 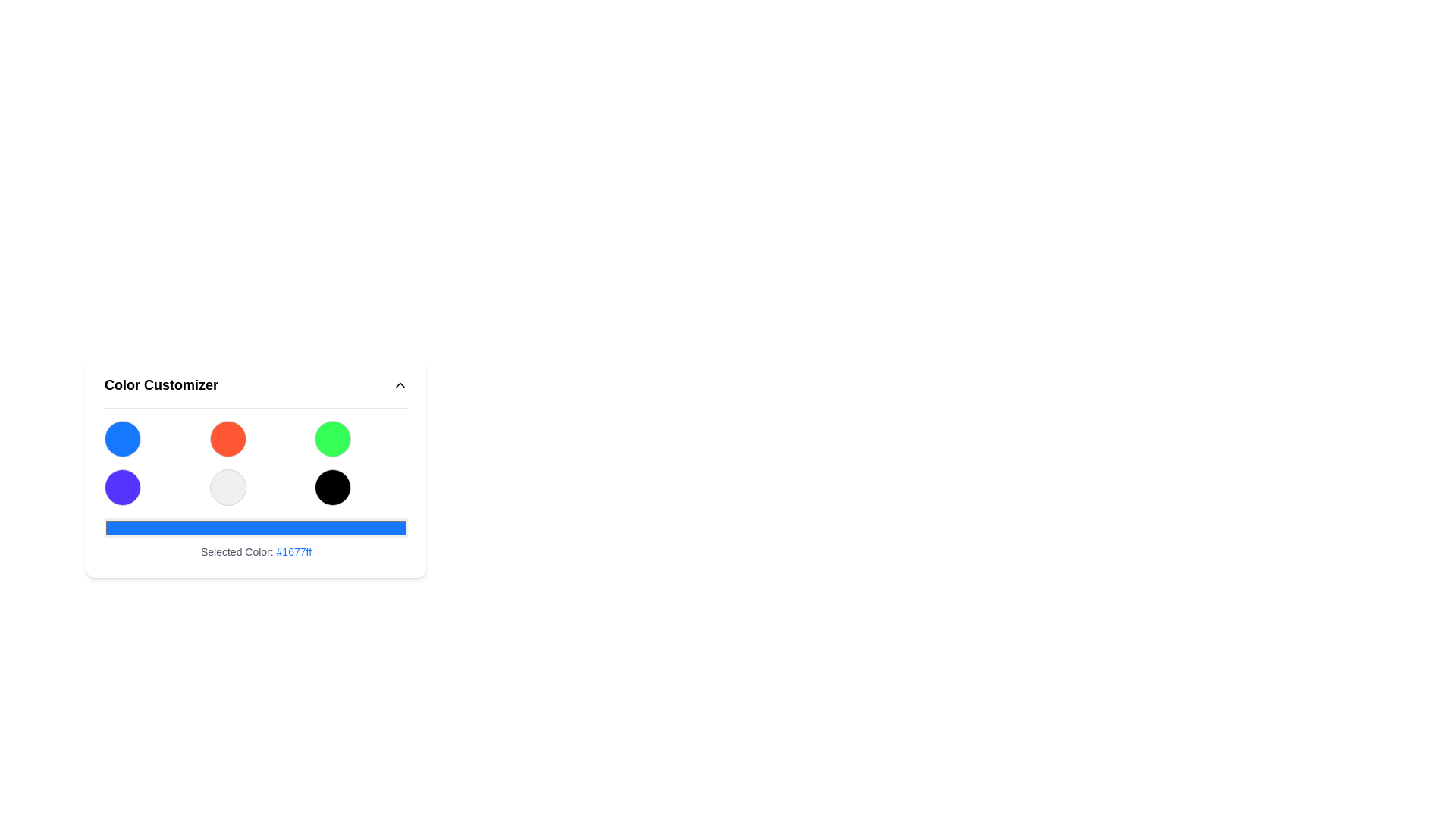 What do you see at coordinates (227, 488) in the screenshot?
I see `the circular button with a light gray background and gray border located in the second row and second column of a color selection interface grid` at bounding box center [227, 488].